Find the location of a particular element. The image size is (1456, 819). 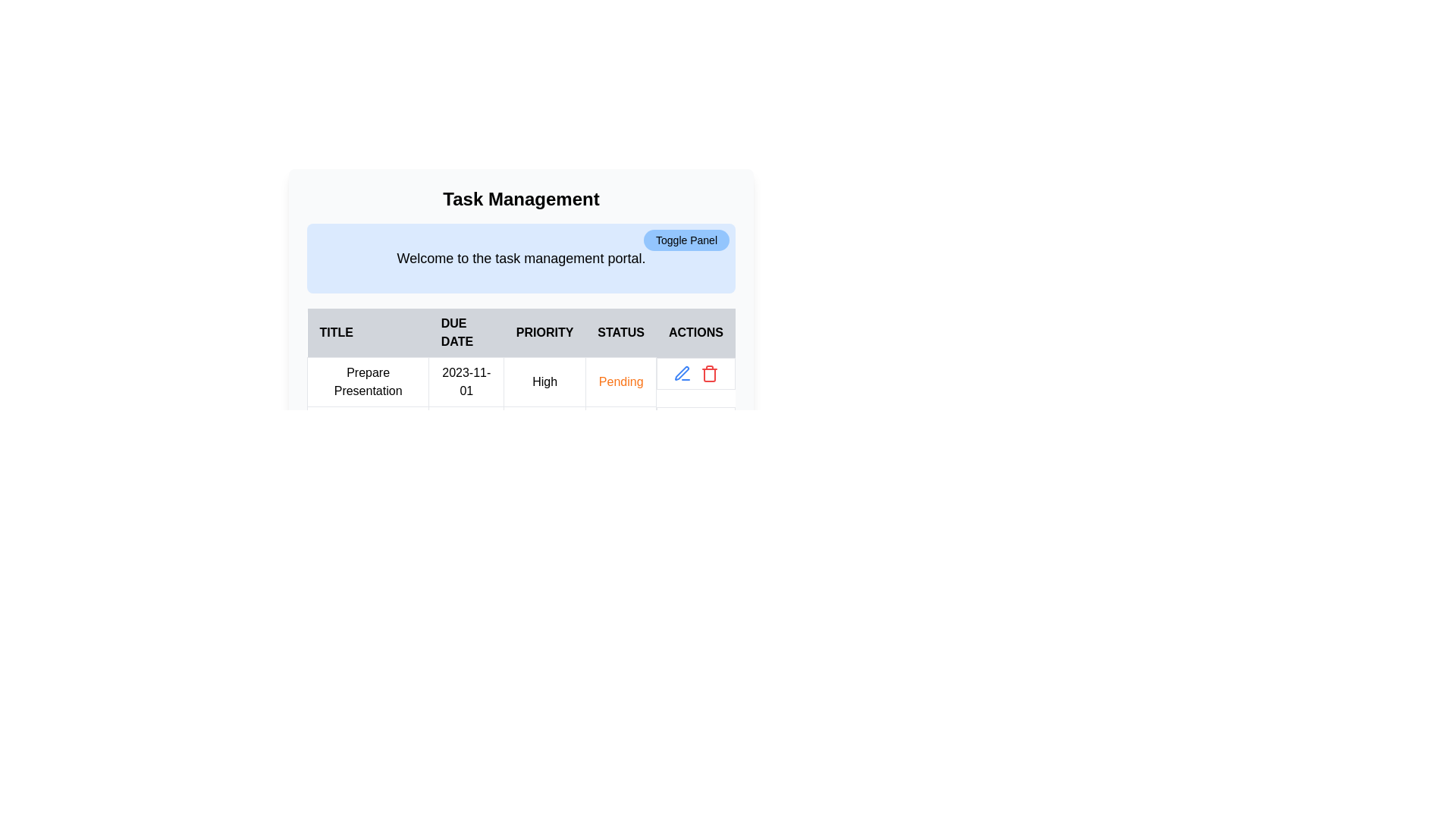

the last column header of the table, which serves as a header for action-related controls displayed below it in the table column is located at coordinates (695, 332).